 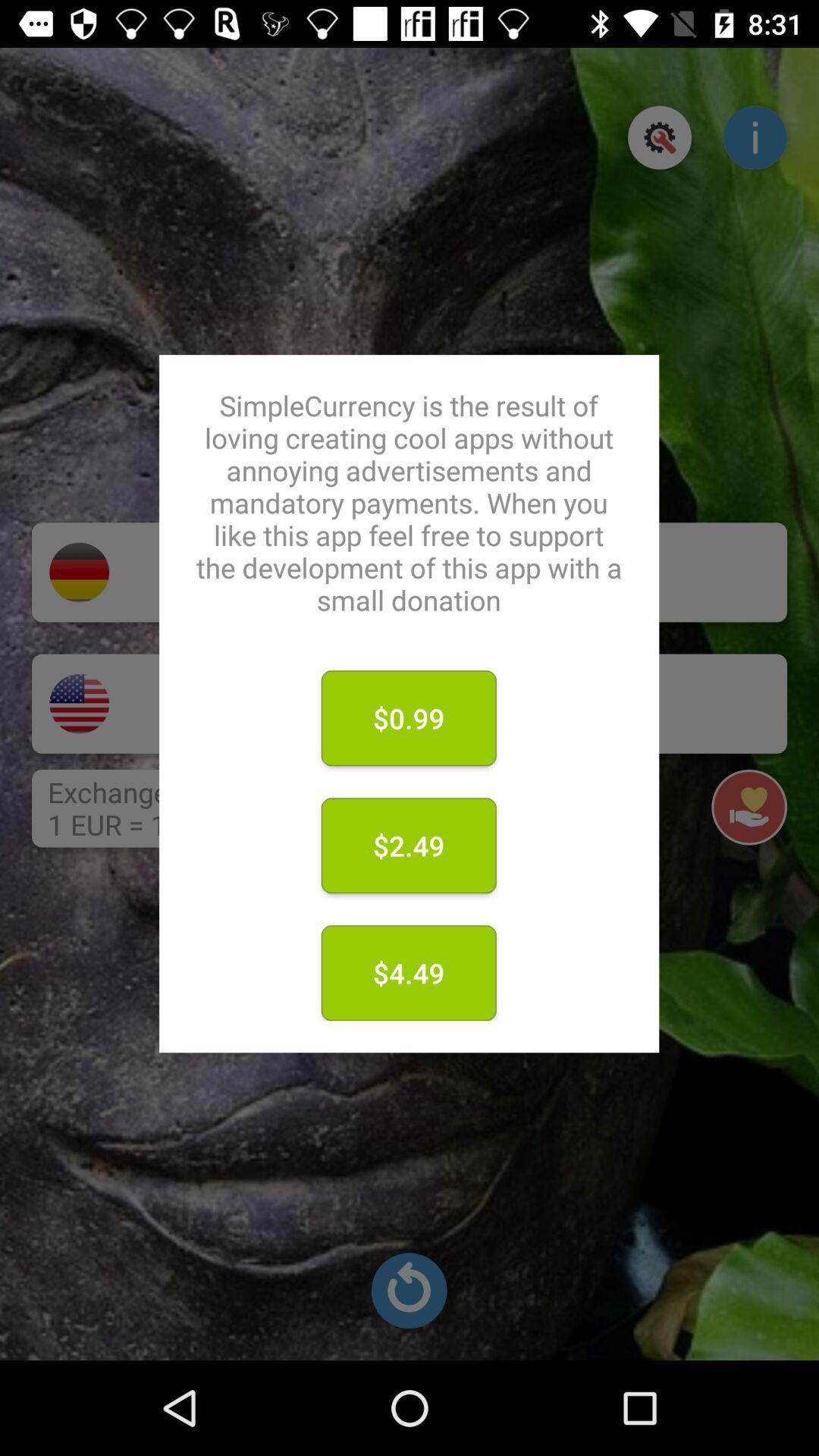 What do you see at coordinates (659, 137) in the screenshot?
I see `settings swich option` at bounding box center [659, 137].